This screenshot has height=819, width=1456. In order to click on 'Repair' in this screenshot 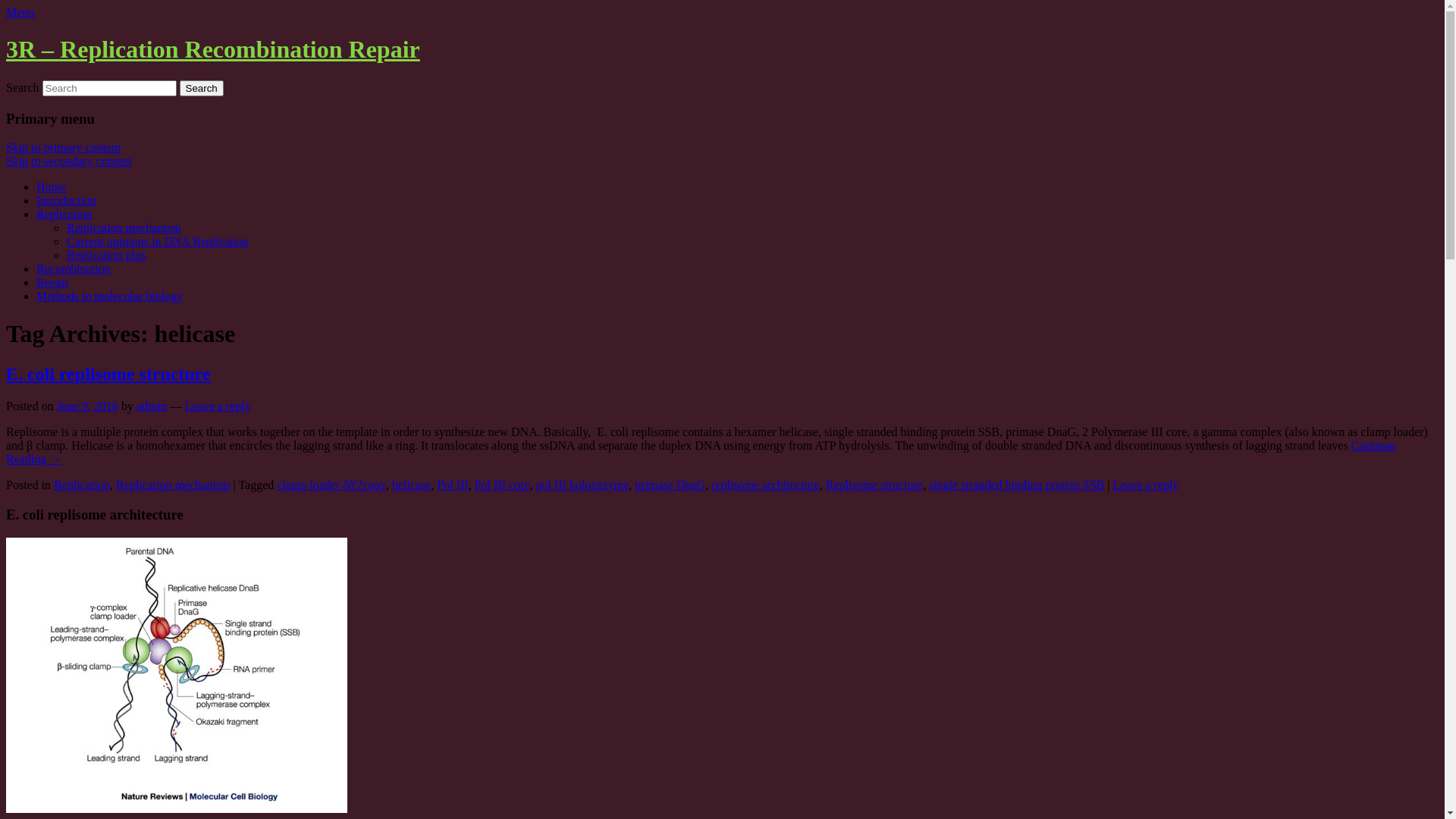, I will do `click(52, 282)`.